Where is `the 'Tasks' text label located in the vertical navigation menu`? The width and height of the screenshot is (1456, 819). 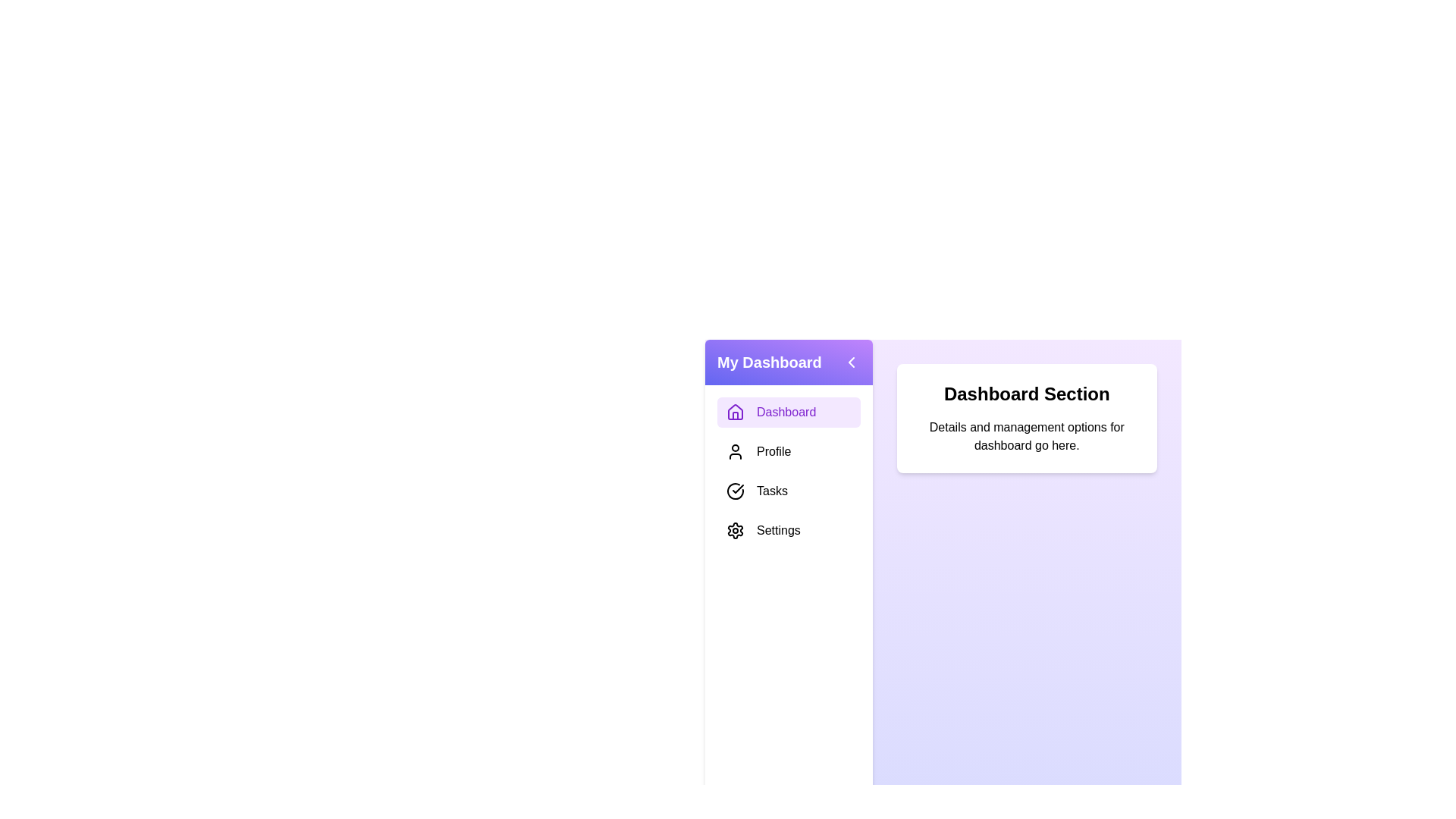 the 'Tasks' text label located in the vertical navigation menu is located at coordinates (772, 491).